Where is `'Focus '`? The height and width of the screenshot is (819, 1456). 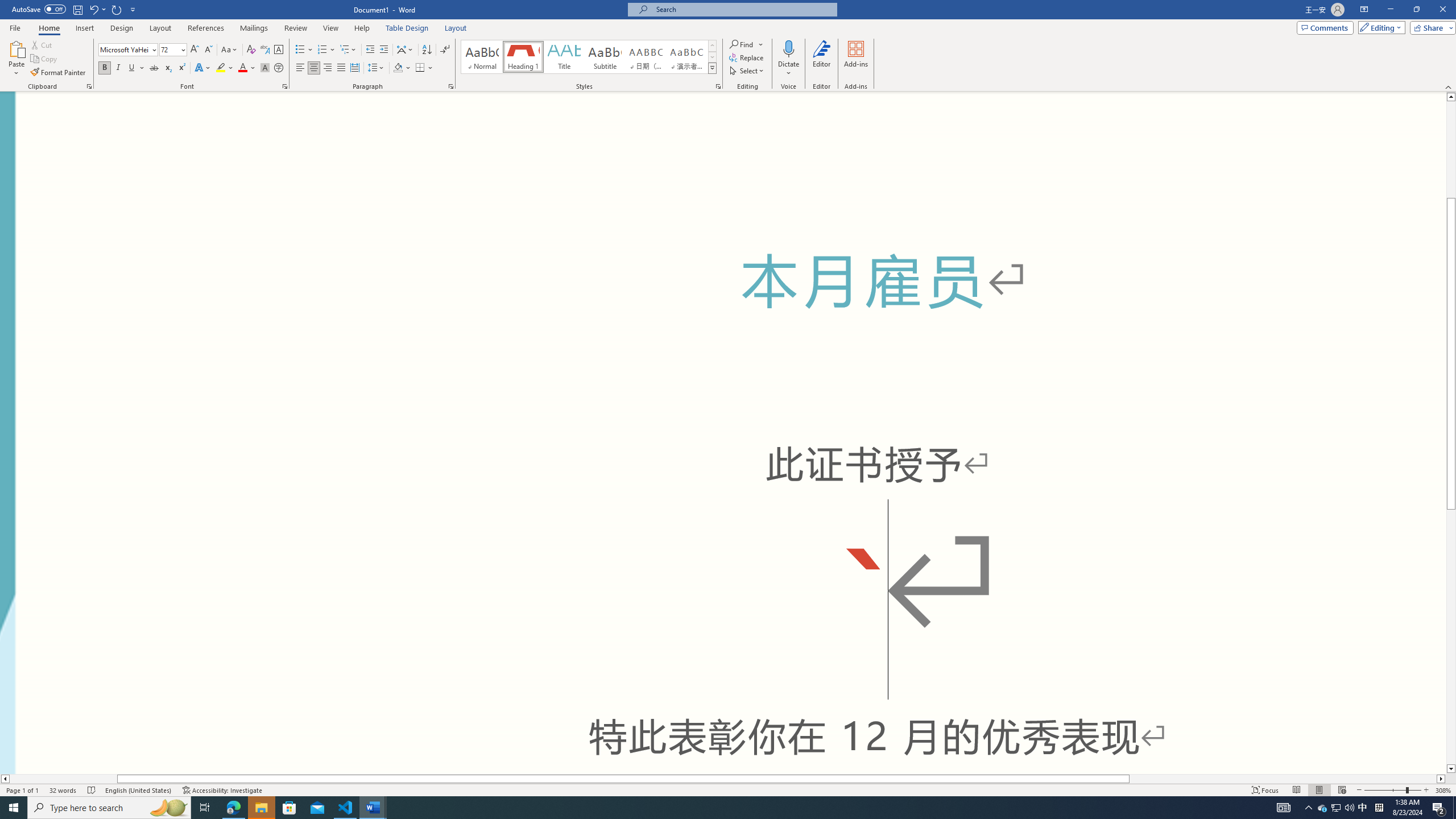
'Focus ' is located at coordinates (1265, 790).